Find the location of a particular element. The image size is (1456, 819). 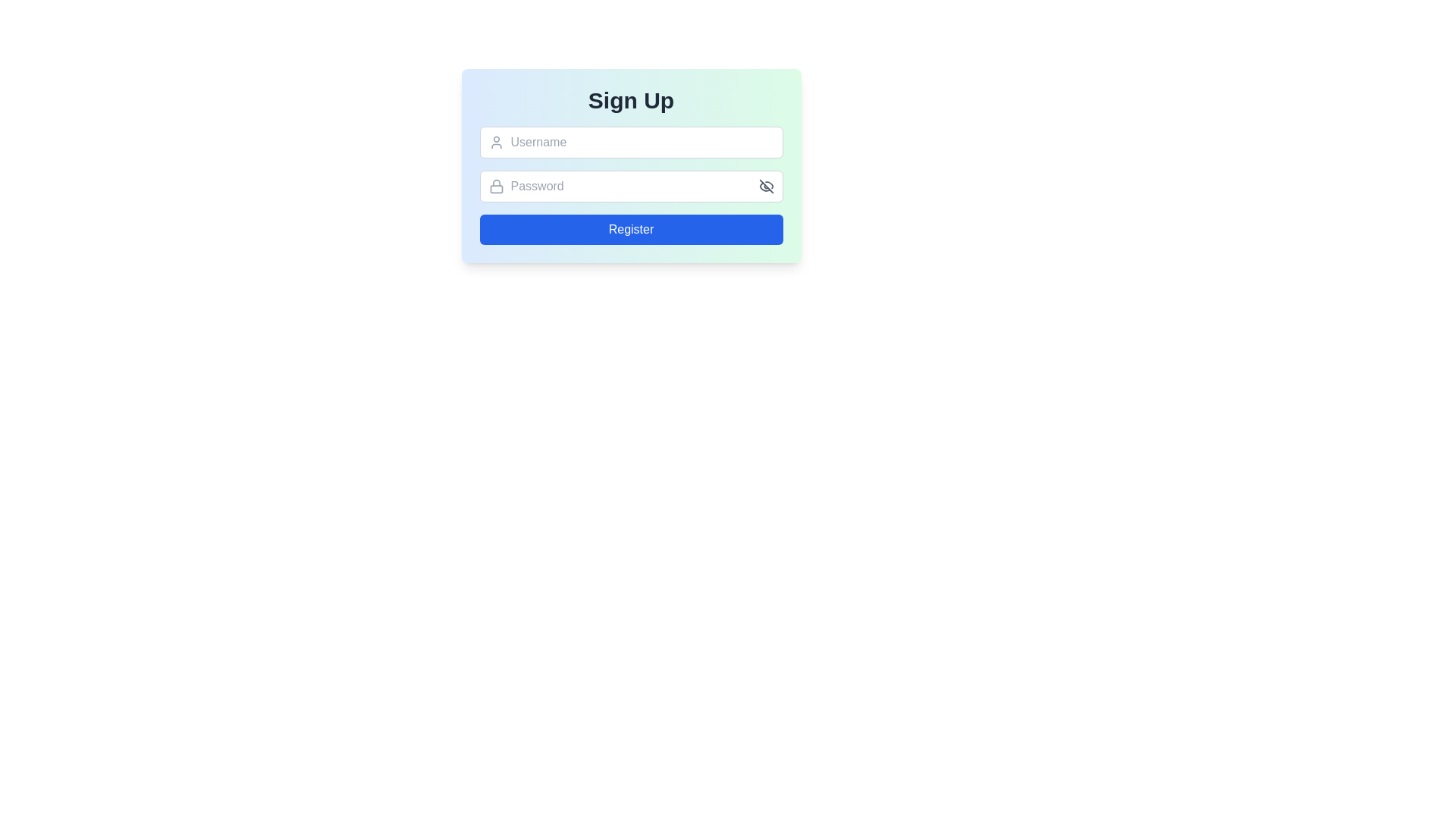

the static header text indicating the signup form, which is centered at the top of the form layout is located at coordinates (631, 100).